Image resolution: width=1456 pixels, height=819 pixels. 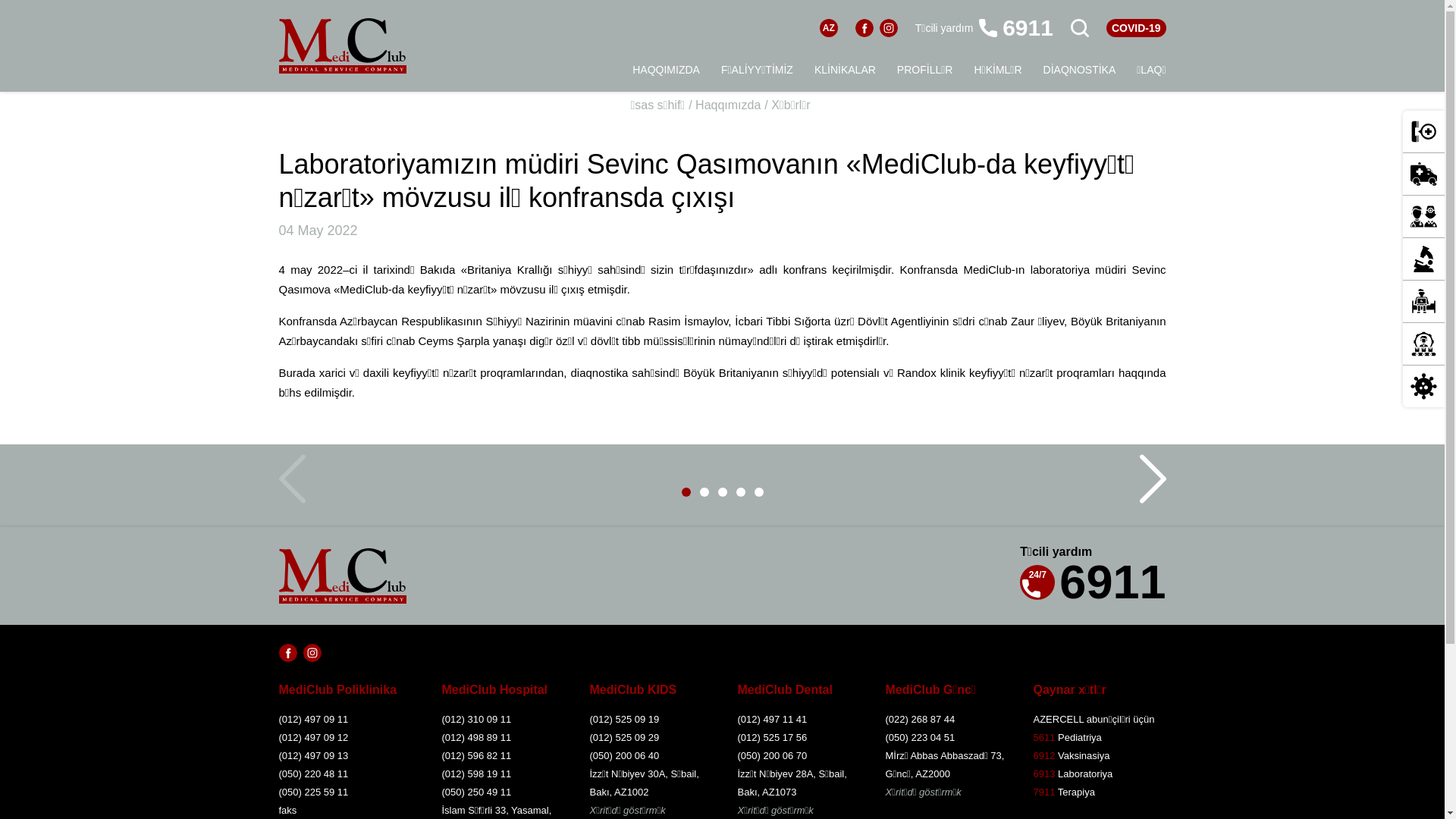 What do you see at coordinates (651, 718) in the screenshot?
I see `'(012) 525 09 19'` at bounding box center [651, 718].